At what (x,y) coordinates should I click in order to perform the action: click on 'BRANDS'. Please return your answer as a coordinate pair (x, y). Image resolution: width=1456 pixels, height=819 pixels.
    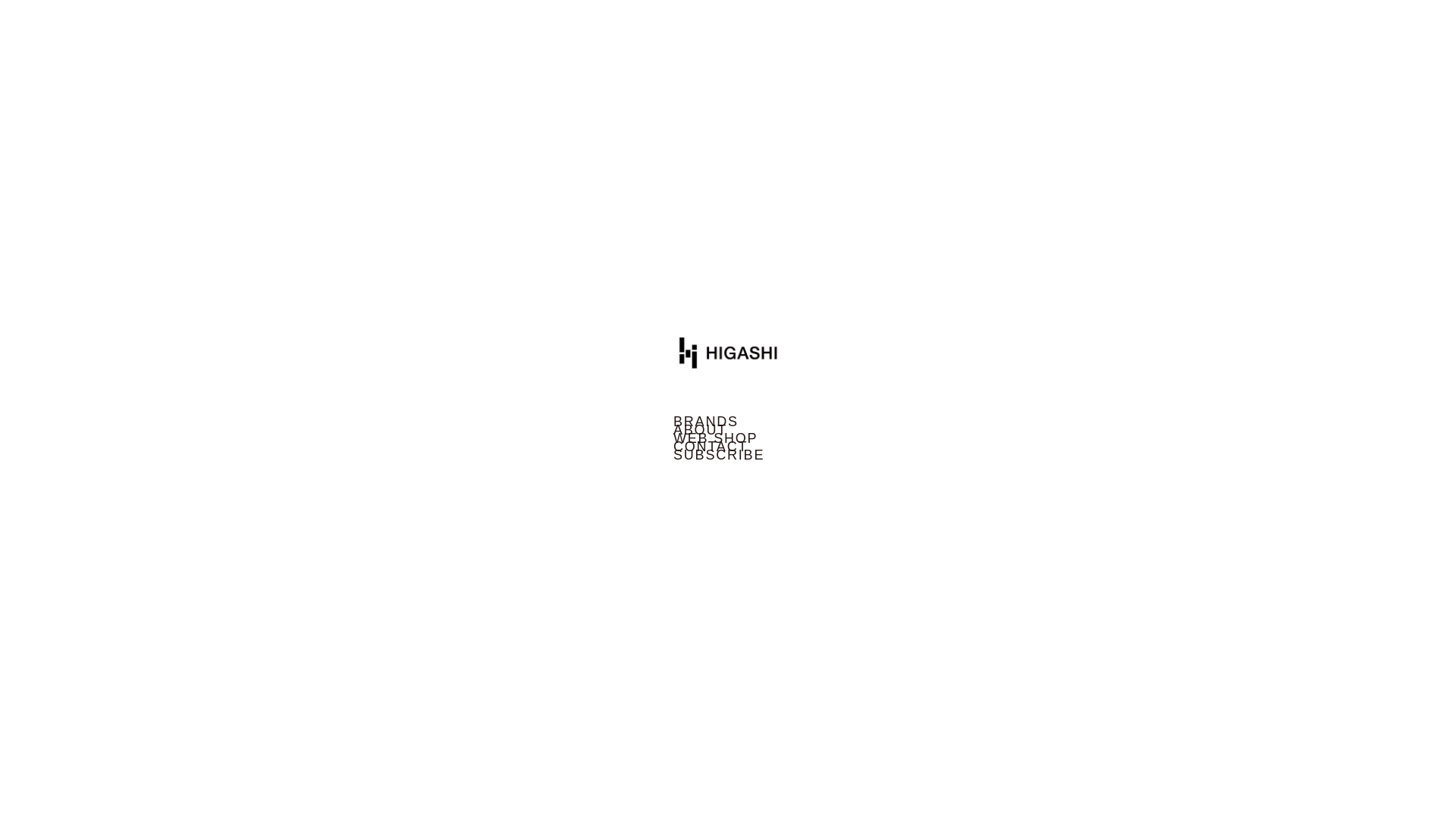
    Looking at the image, I should click on (728, 421).